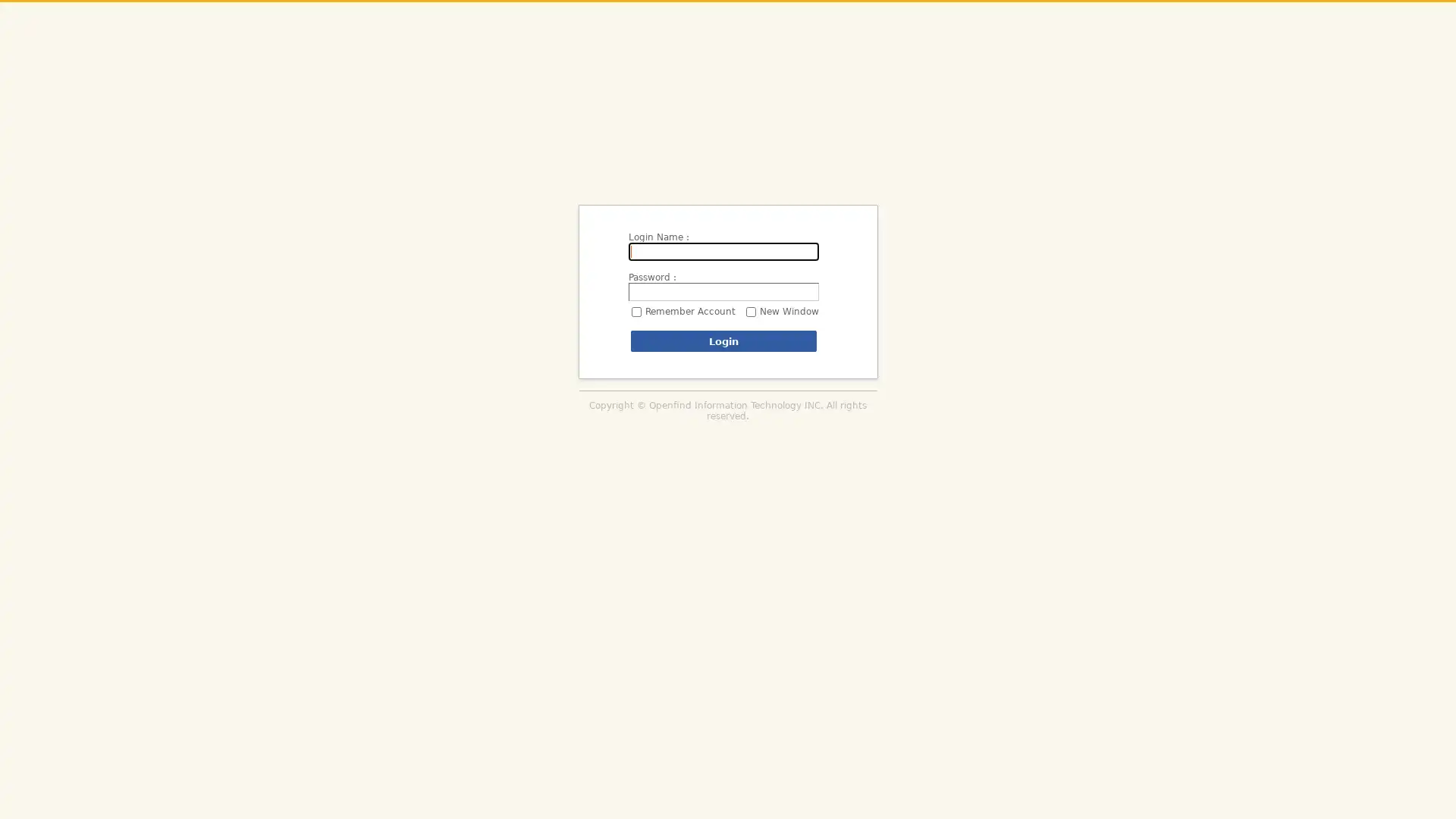 Image resolution: width=1456 pixels, height=819 pixels. What do you see at coordinates (722, 341) in the screenshot?
I see `Login` at bounding box center [722, 341].